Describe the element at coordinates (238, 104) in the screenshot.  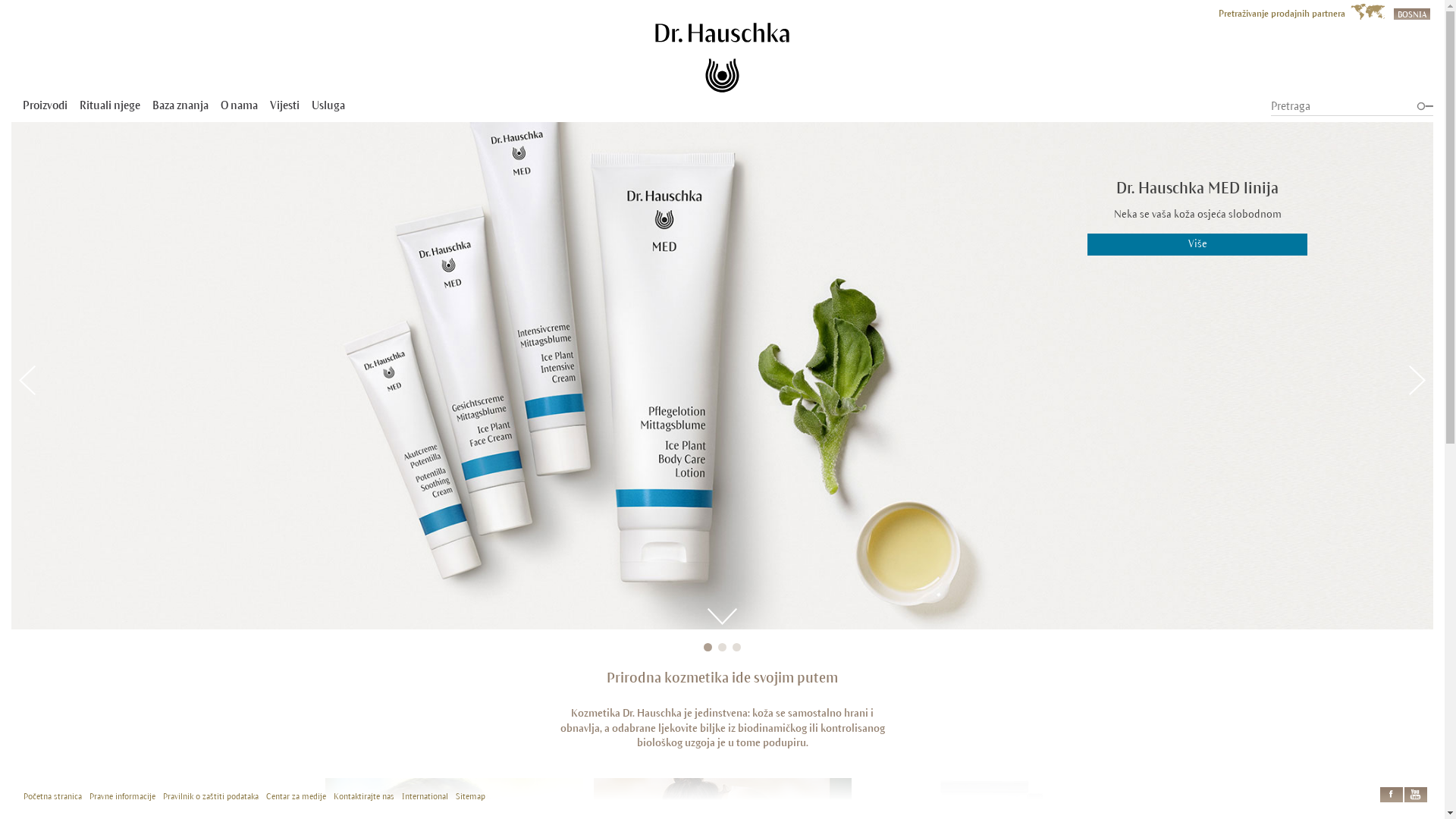
I see `'O nama'` at that location.